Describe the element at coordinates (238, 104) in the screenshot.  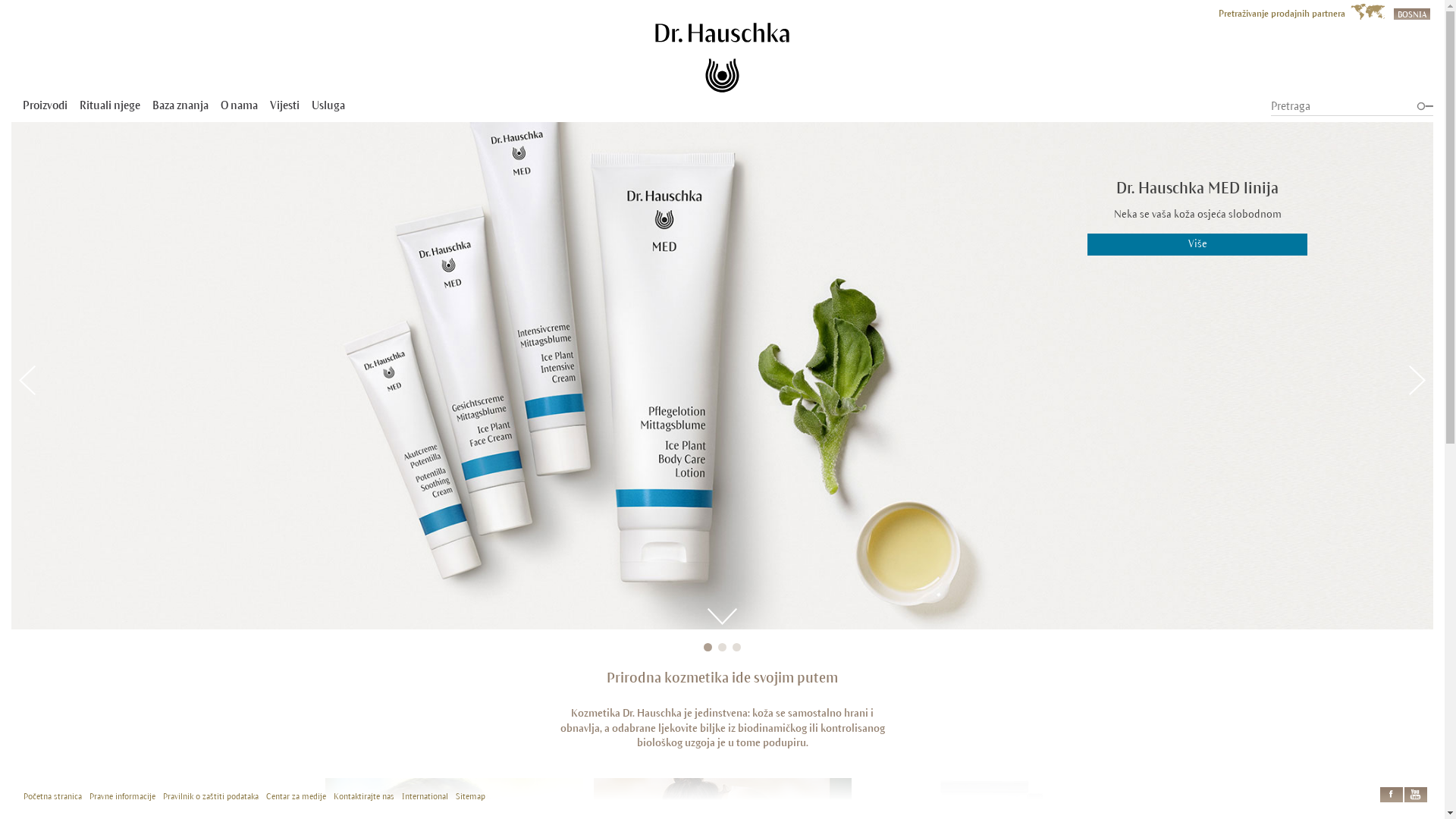
I see `'O nama'` at that location.